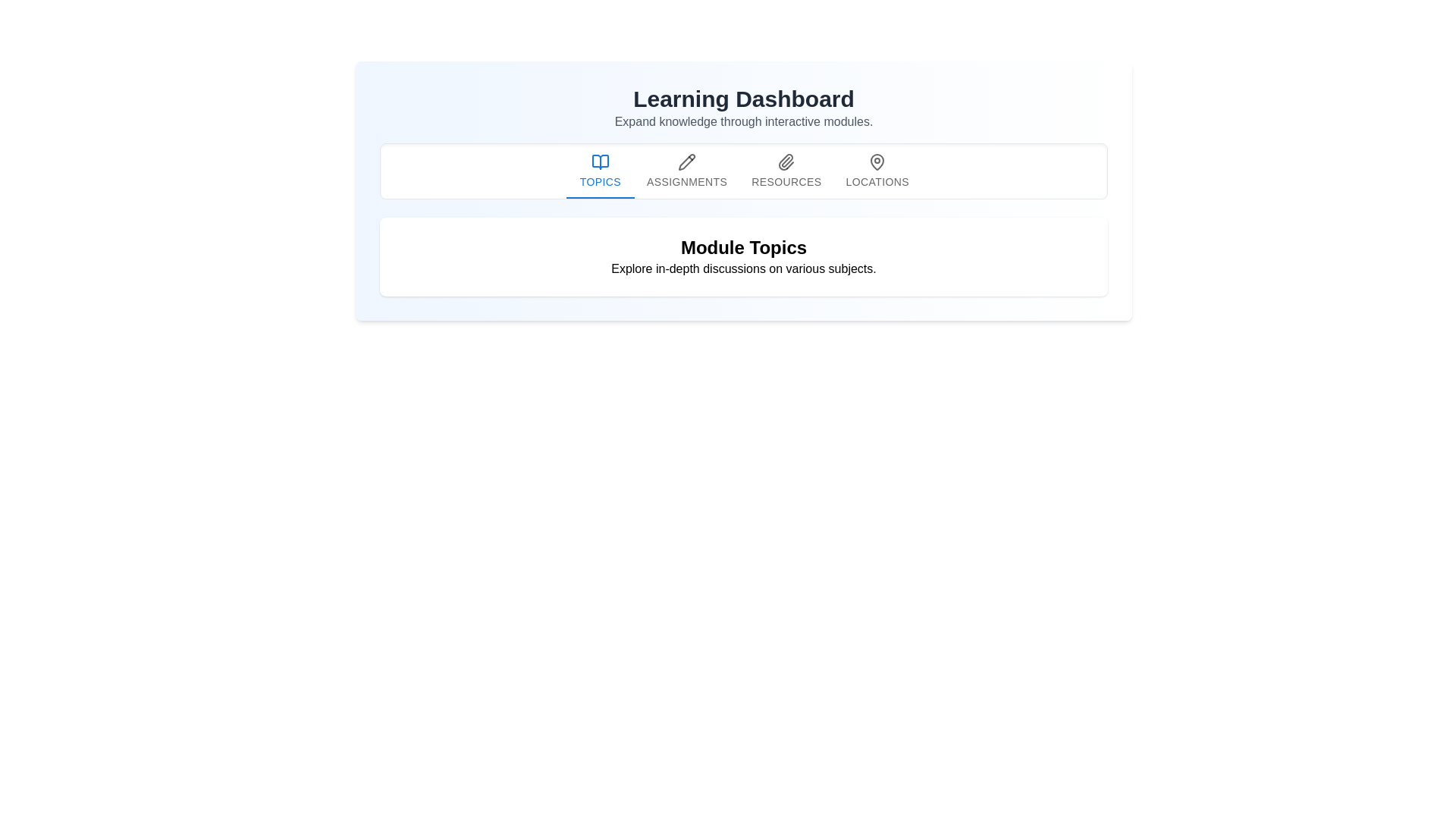 This screenshot has height=819, width=1456. What do you see at coordinates (877, 162) in the screenshot?
I see `the 'Locations' tab in the navigation bar, which contains a map pin-like icon` at bounding box center [877, 162].